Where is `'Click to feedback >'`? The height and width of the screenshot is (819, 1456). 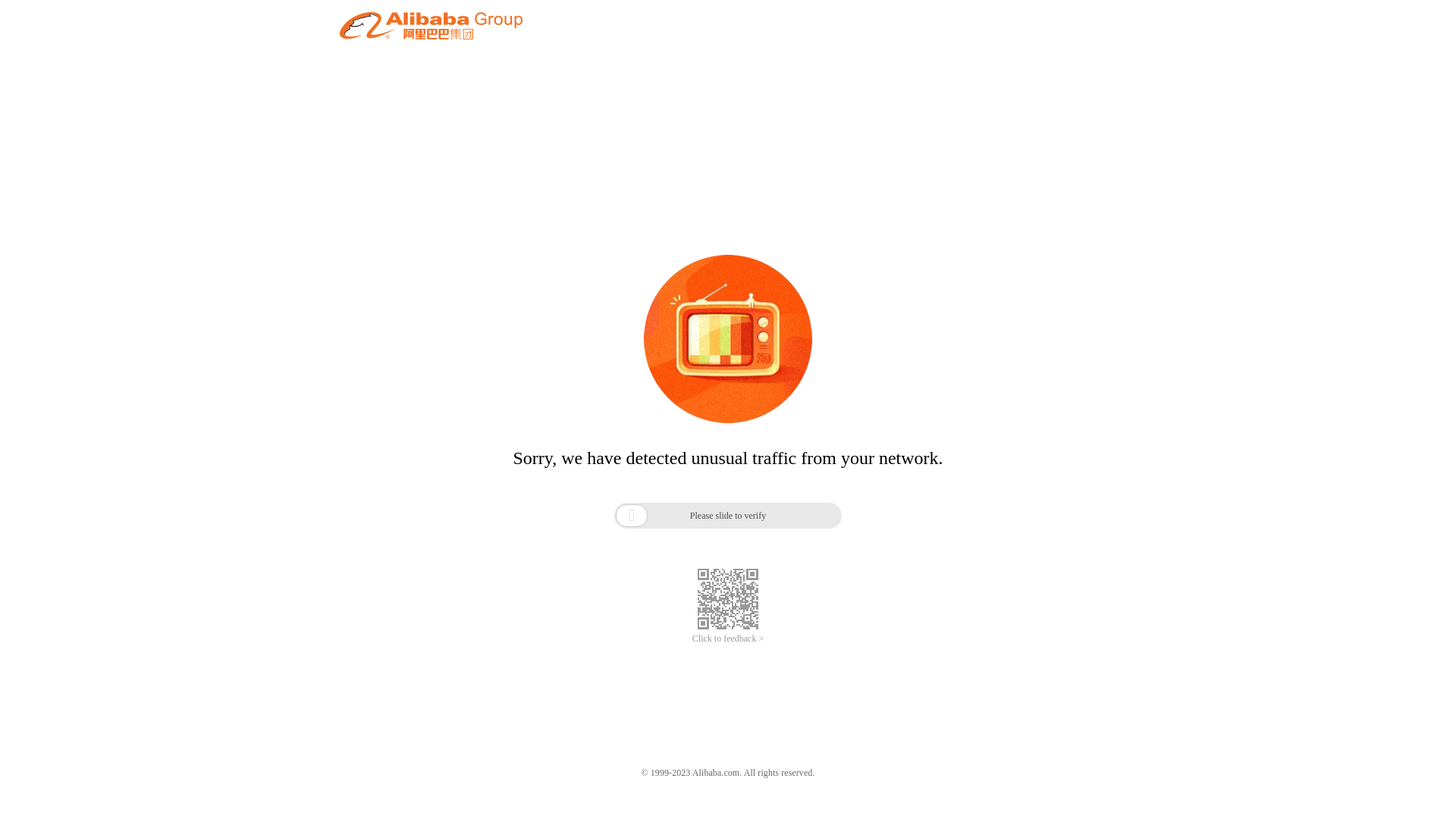
'Click to feedback >' is located at coordinates (691, 639).